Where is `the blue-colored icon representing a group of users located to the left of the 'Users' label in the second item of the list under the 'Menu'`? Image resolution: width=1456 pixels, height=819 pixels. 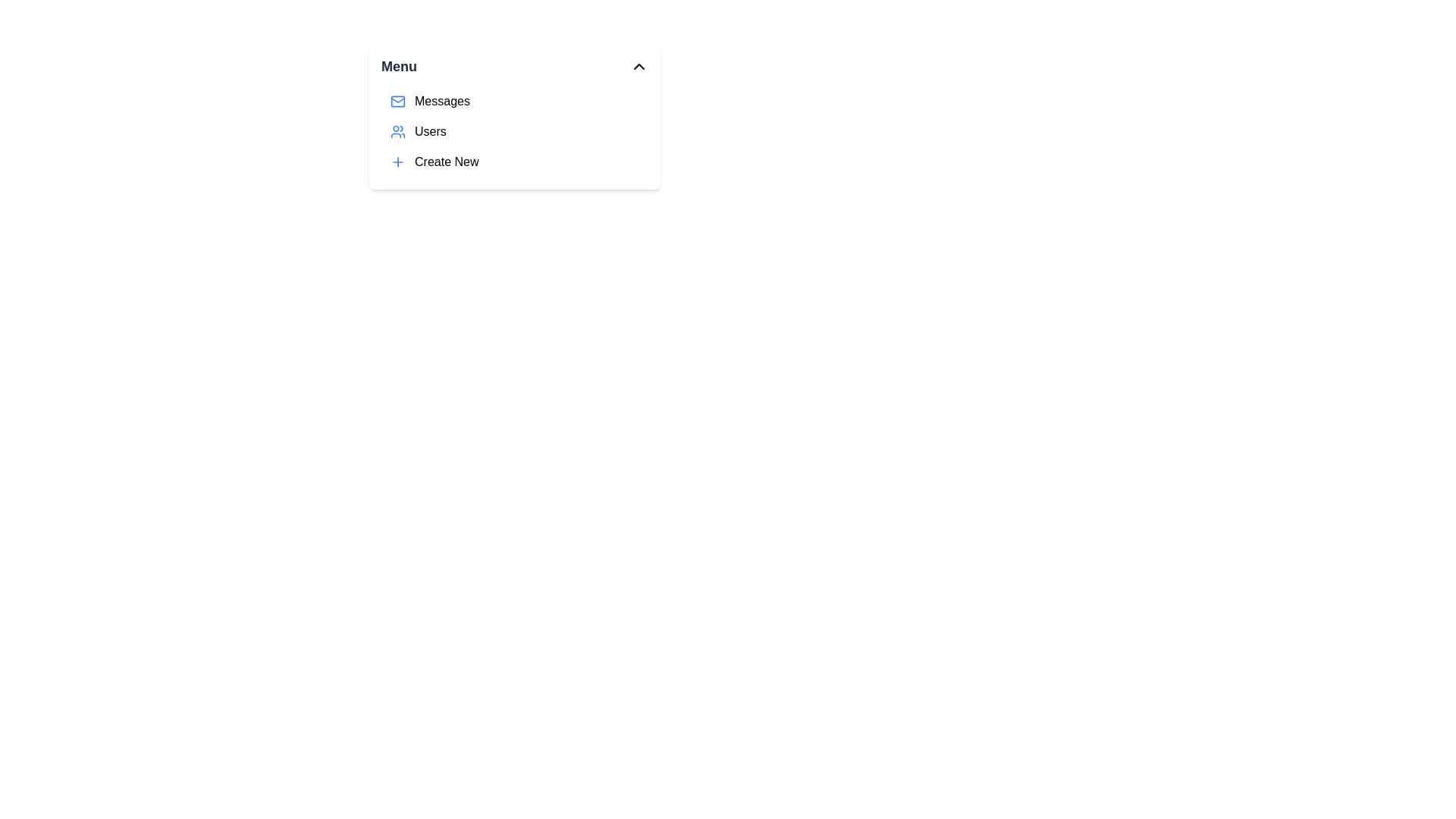
the blue-colored icon representing a group of users located to the left of the 'Users' label in the second item of the list under the 'Menu' is located at coordinates (397, 130).